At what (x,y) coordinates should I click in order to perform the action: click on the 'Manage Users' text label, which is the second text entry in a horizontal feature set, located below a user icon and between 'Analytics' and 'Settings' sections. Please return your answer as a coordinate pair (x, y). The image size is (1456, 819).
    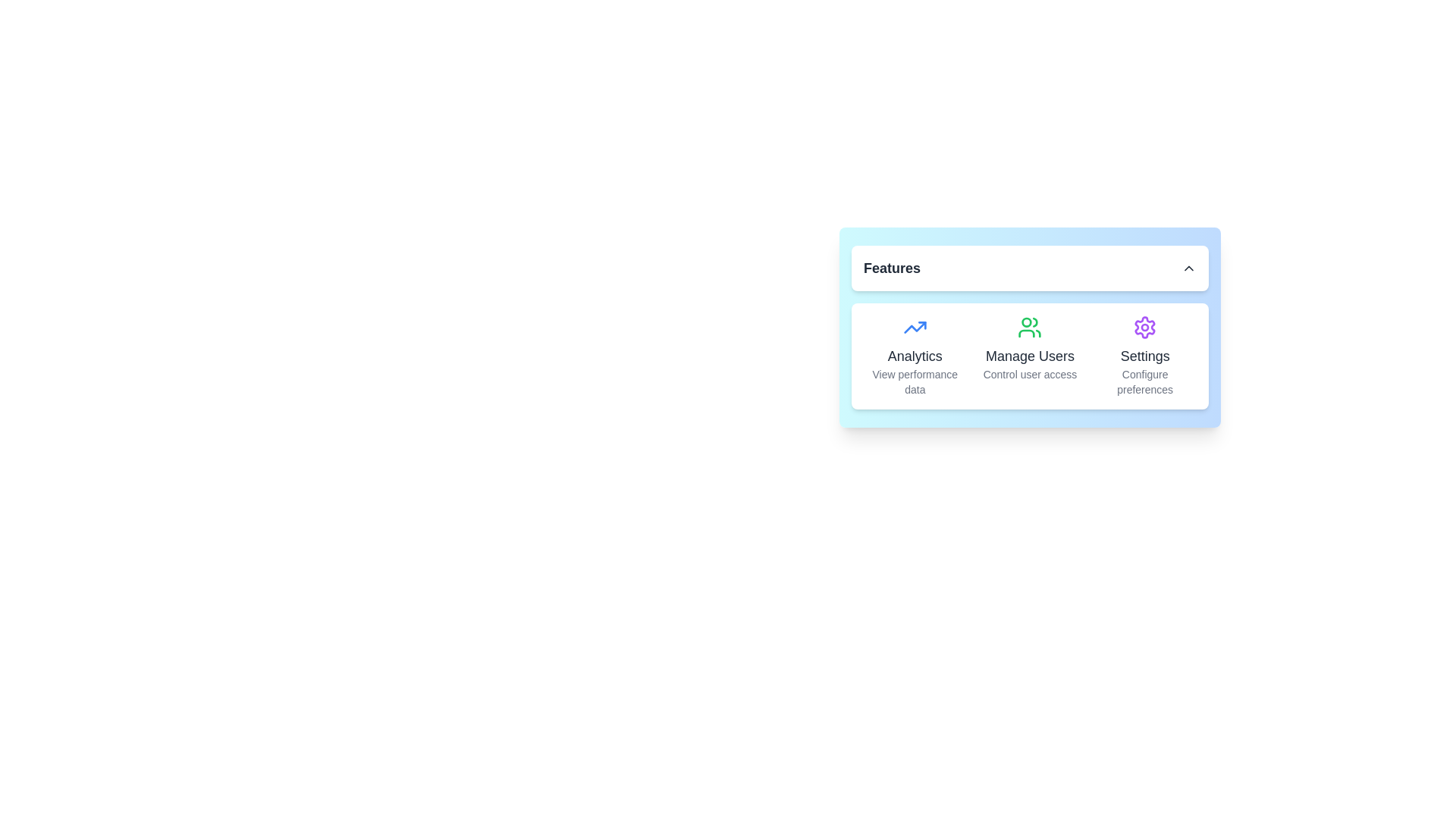
    Looking at the image, I should click on (1030, 356).